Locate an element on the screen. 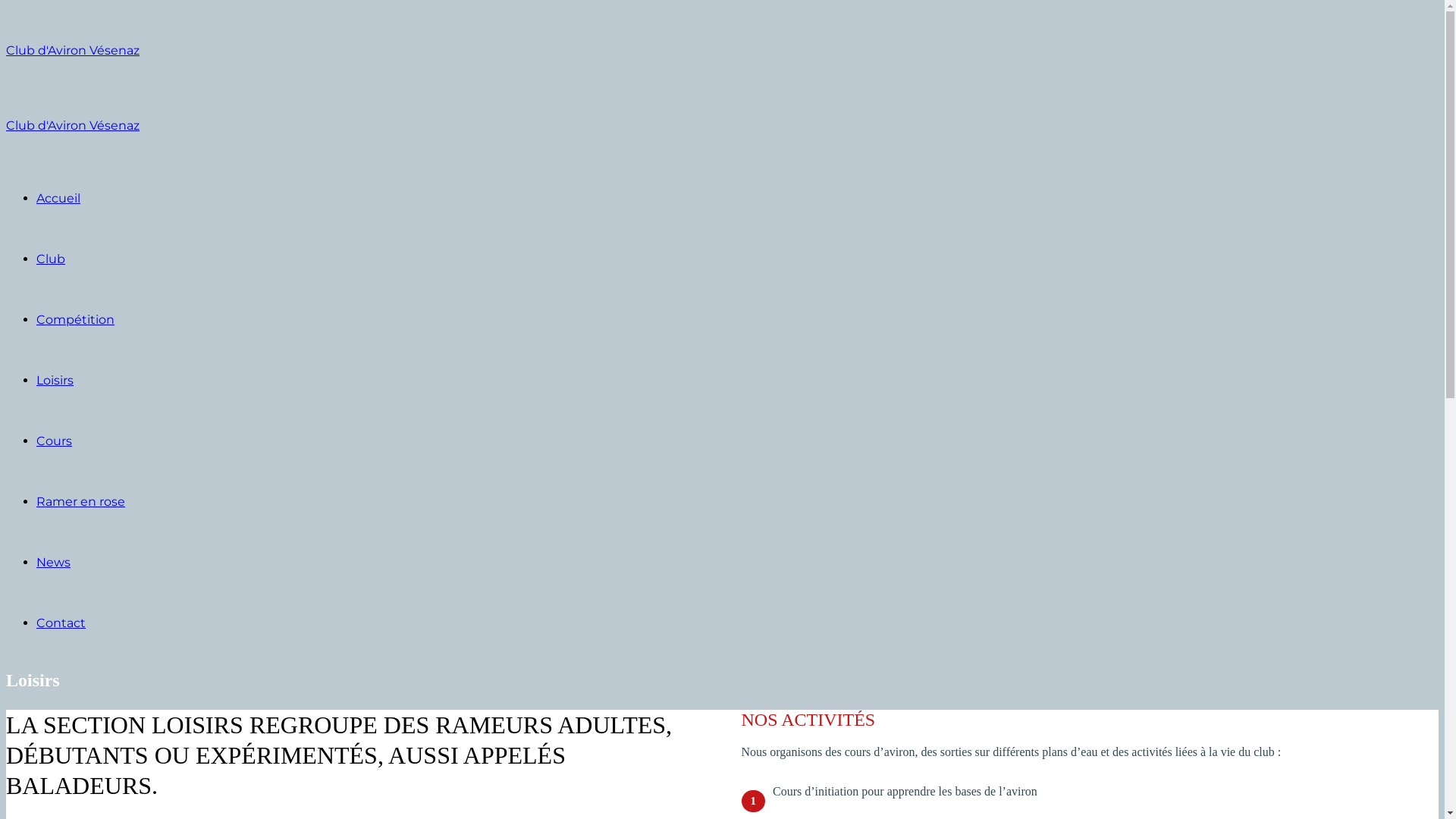  'Cours' is located at coordinates (54, 441).